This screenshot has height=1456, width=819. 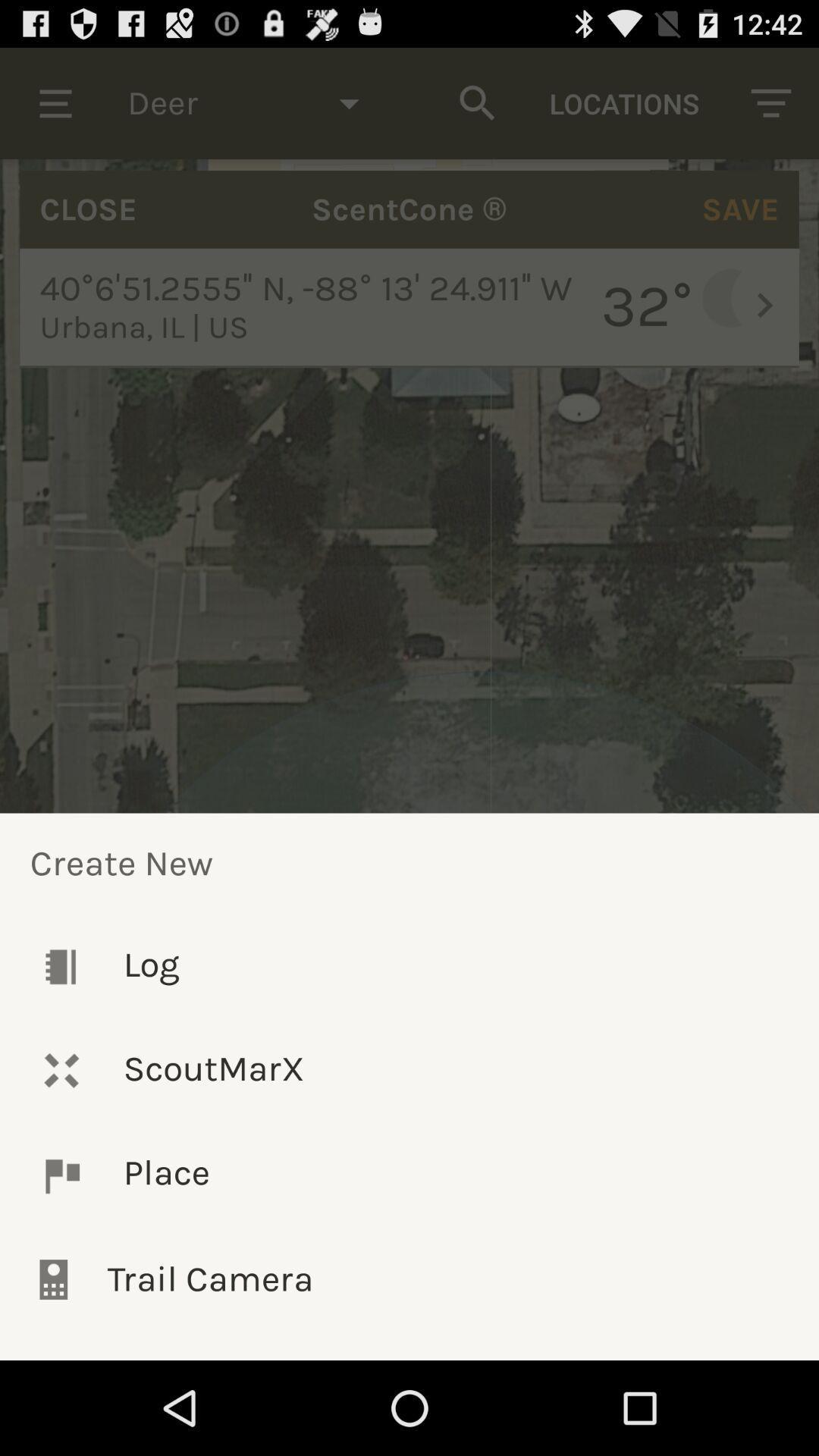 What do you see at coordinates (409, 1279) in the screenshot?
I see `item below place icon` at bounding box center [409, 1279].